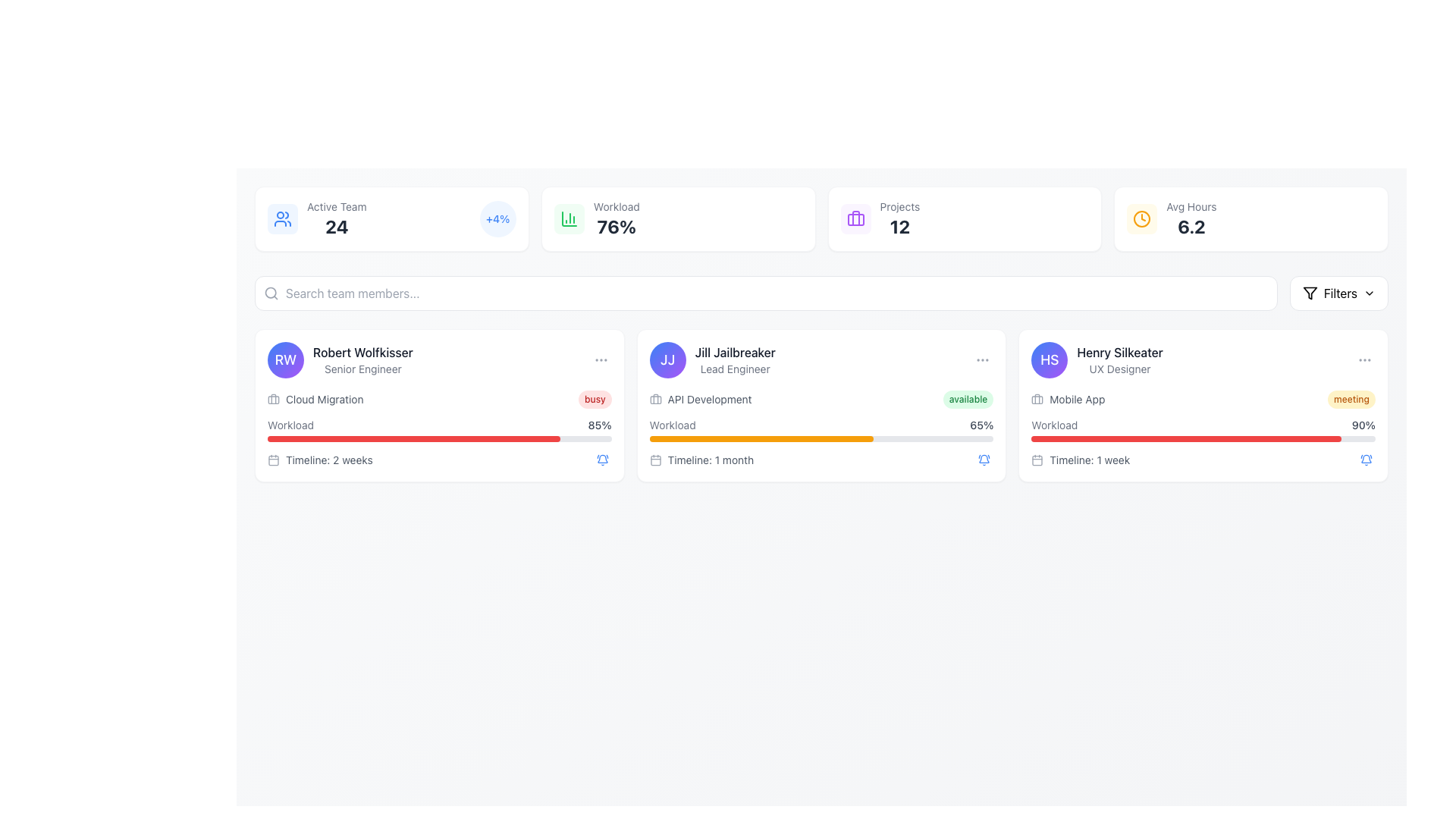 This screenshot has width=1456, height=819. I want to click on the blue bell icon, which is styled with rounded edges and located in the bottom-right corner of the user interface, so click(1366, 459).